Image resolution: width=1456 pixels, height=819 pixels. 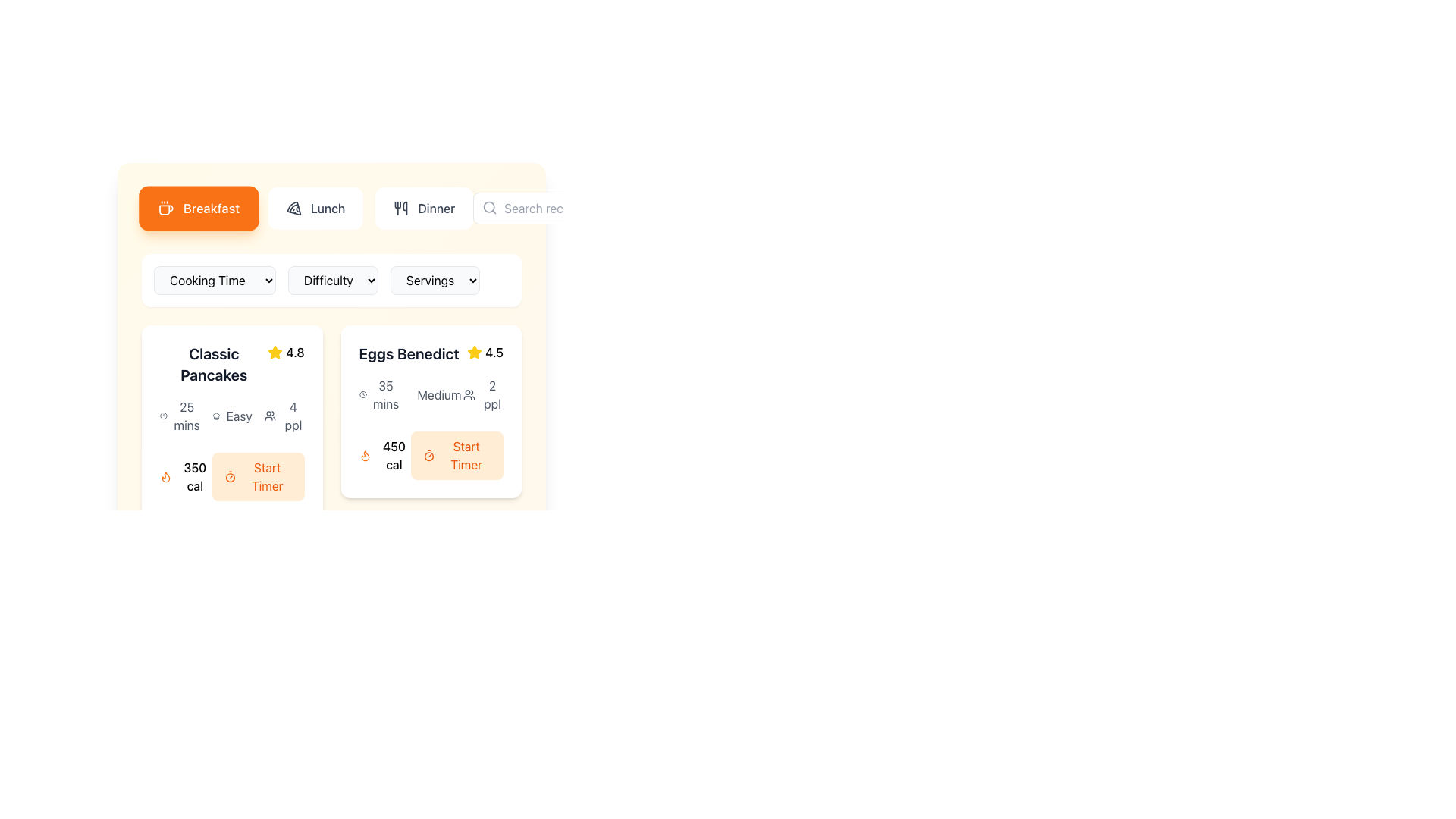 What do you see at coordinates (315, 208) in the screenshot?
I see `the 'Lunch' button, which features a pizza icon and gray text on a white background, located in the top segment of the interface between the 'Breakfast' and 'Dinner' buttons` at bounding box center [315, 208].